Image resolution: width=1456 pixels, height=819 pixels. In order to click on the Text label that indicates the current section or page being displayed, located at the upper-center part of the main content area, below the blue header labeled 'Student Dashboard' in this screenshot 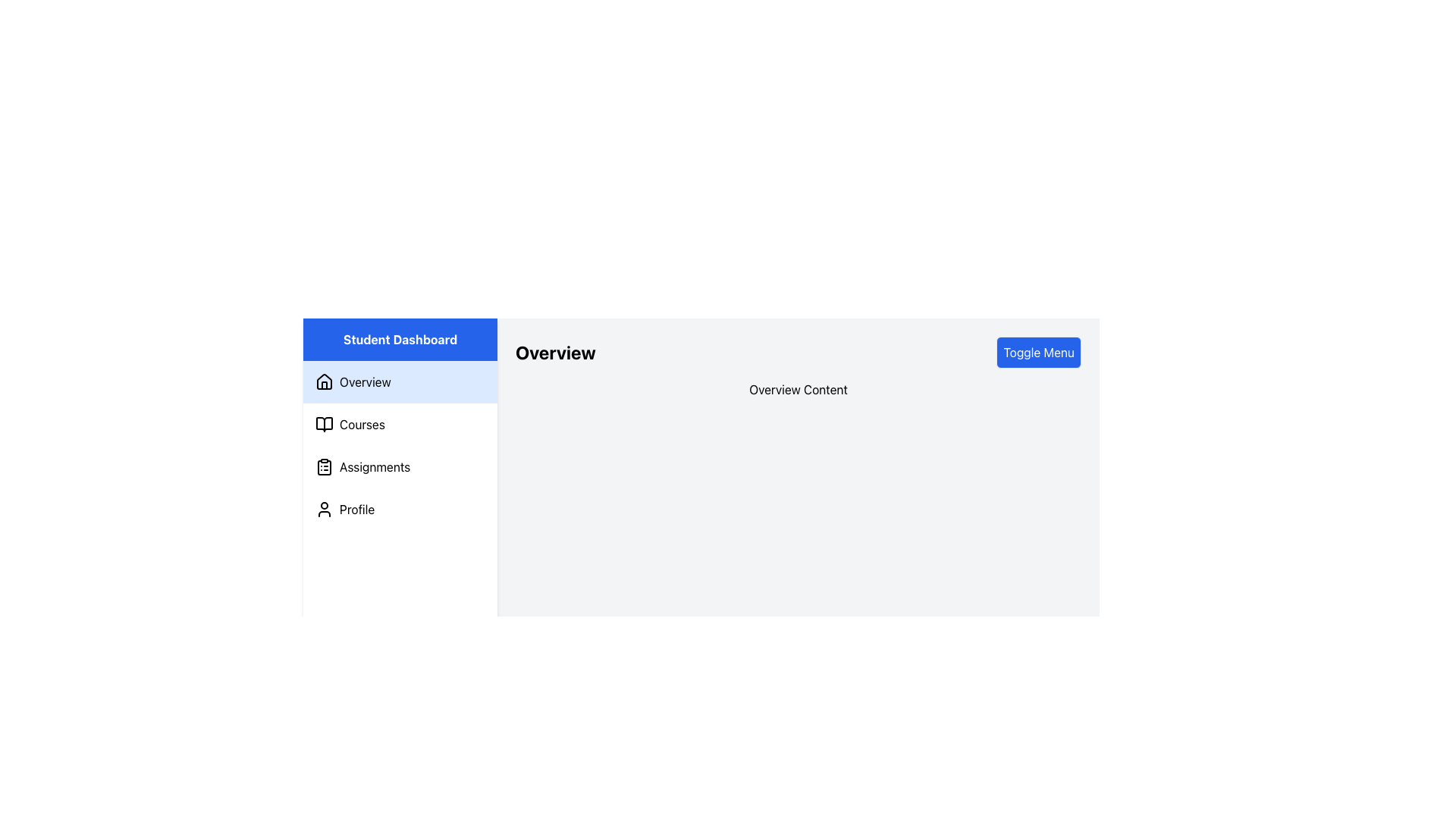, I will do `click(554, 353)`.